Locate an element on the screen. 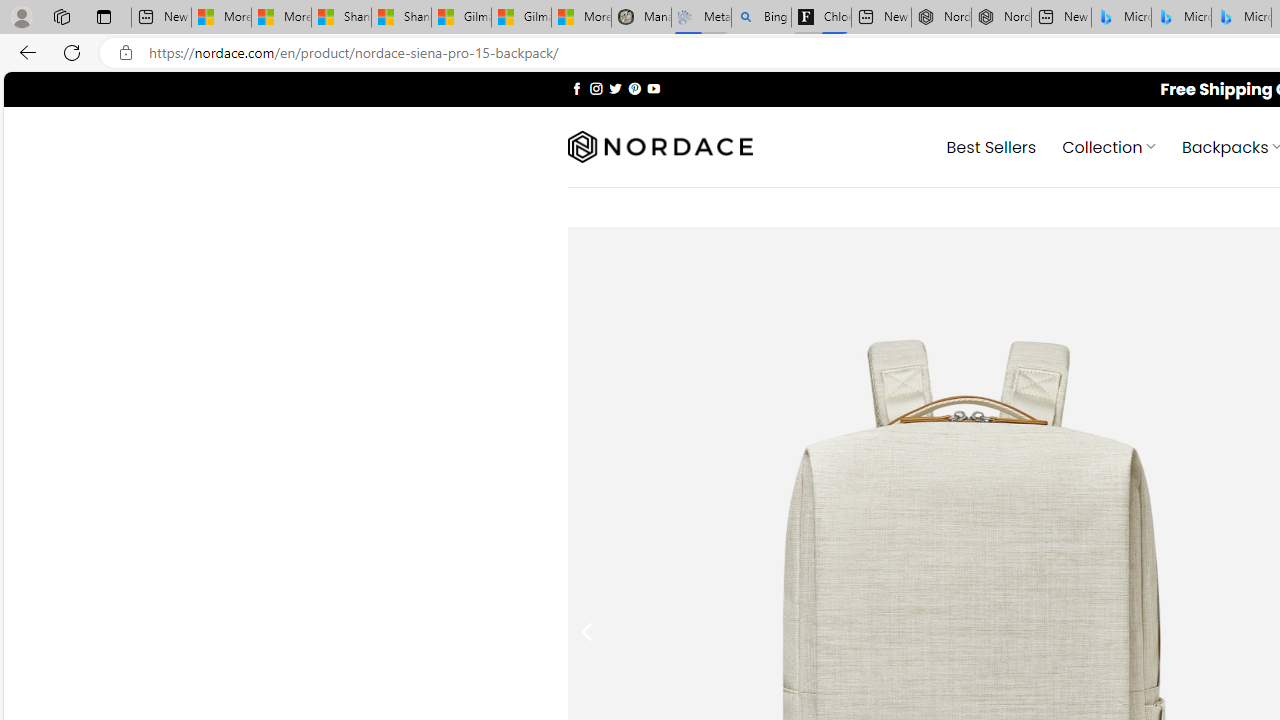 The height and width of the screenshot is (720, 1280). 'Microsoft Bing Travel - Shangri-La Hotel Bangkok' is located at coordinates (1240, 17).